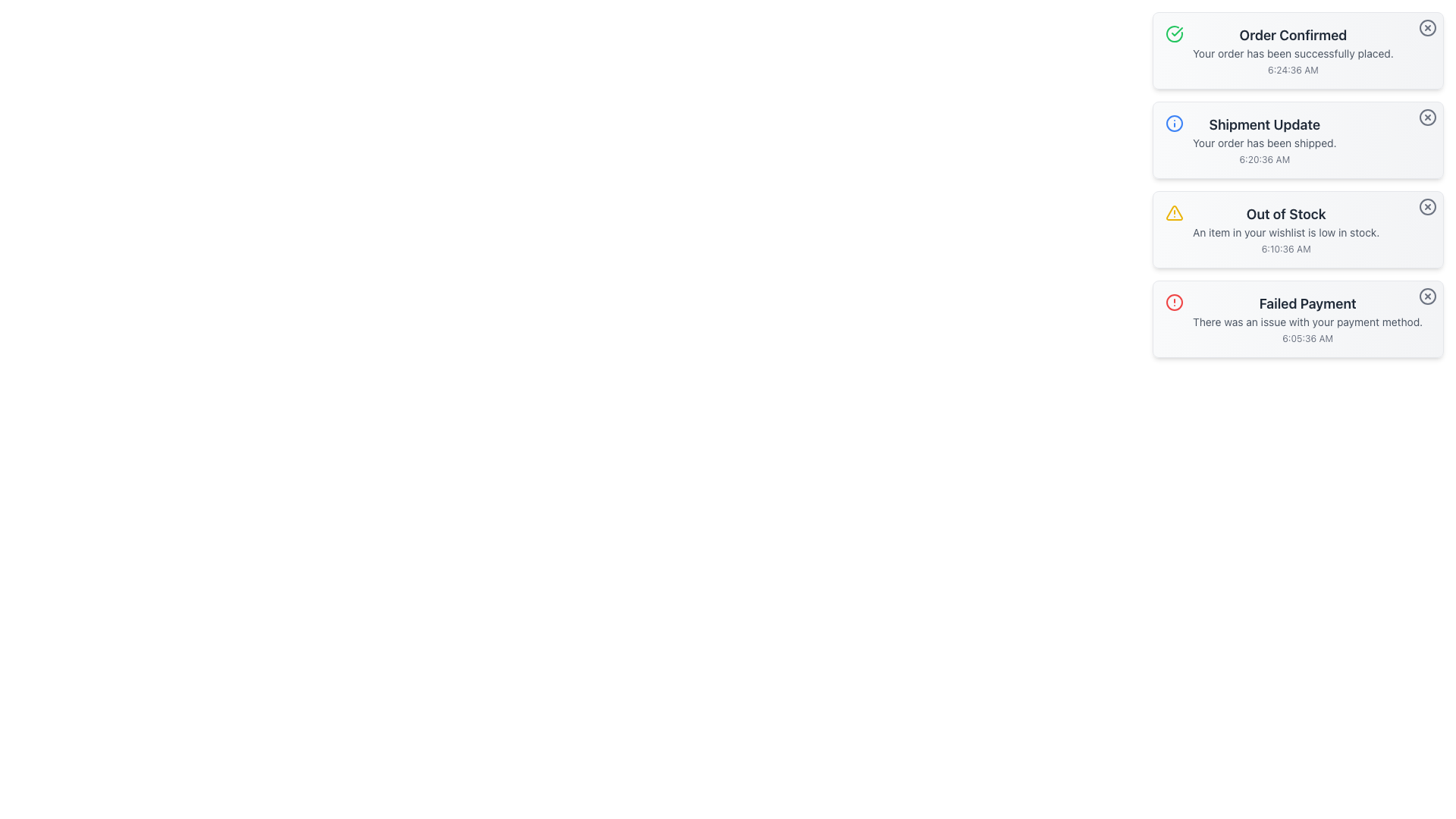  What do you see at coordinates (1426, 296) in the screenshot?
I see `the circular close button with a cross symbol located in the top-right corner of the 'Failed Payment' notification tile` at bounding box center [1426, 296].